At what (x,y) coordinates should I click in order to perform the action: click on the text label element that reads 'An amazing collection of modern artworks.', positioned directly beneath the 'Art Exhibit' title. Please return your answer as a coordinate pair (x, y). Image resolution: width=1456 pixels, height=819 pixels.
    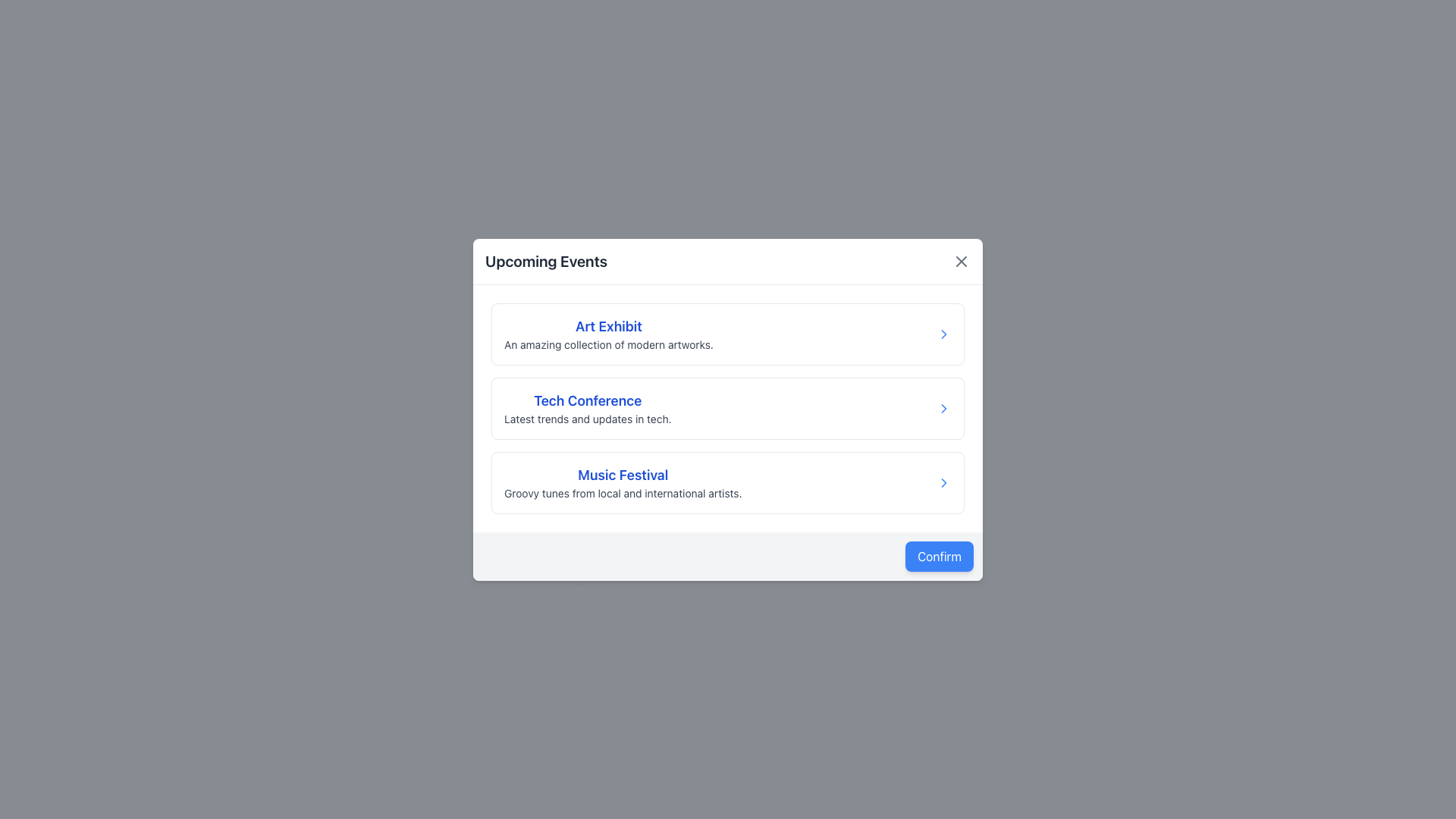
    Looking at the image, I should click on (608, 344).